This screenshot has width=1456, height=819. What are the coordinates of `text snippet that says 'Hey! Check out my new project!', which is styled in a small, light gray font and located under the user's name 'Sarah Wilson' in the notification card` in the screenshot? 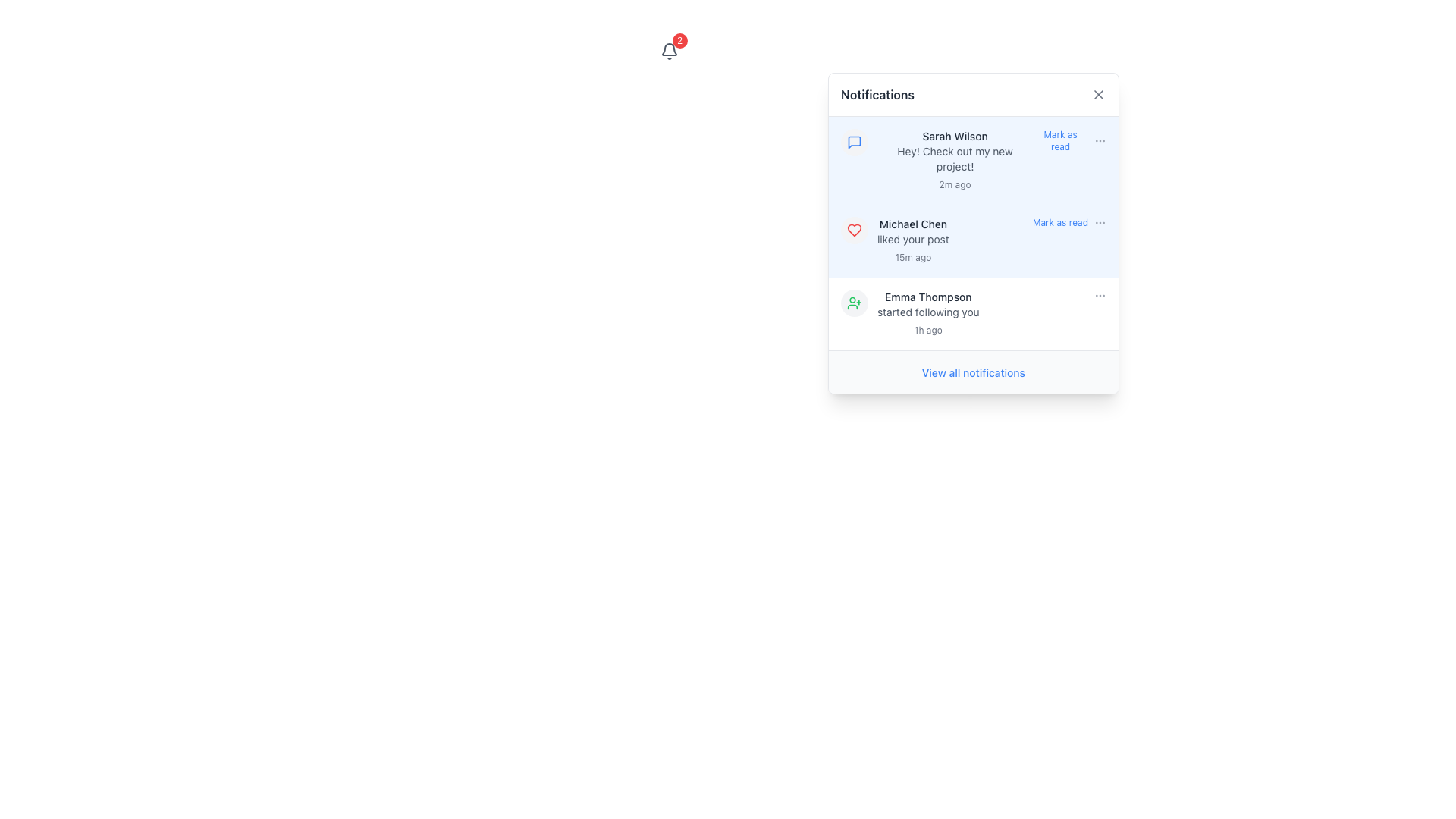 It's located at (954, 158).